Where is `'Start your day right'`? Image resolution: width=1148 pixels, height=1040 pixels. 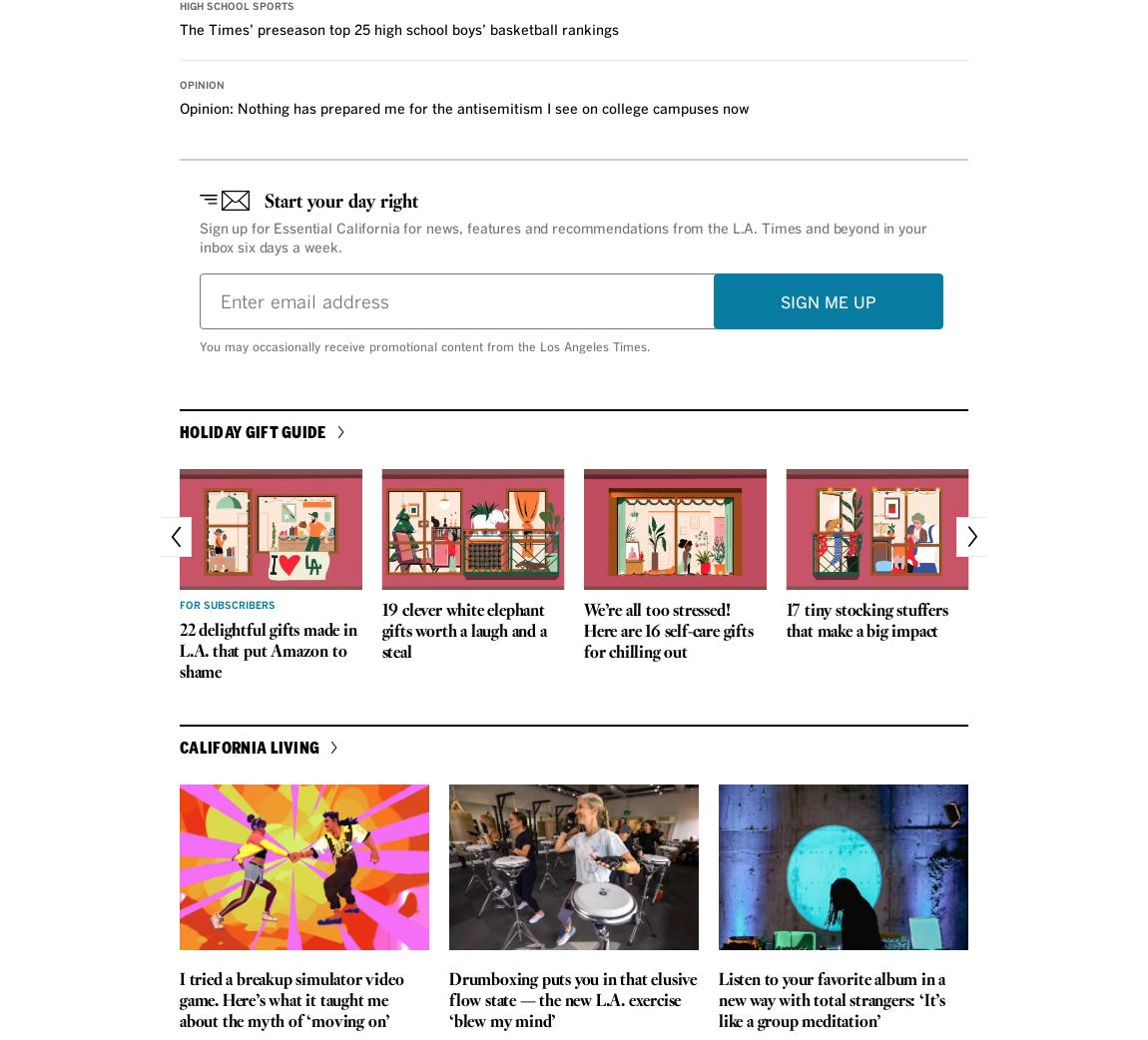 'Start your day right' is located at coordinates (341, 201).